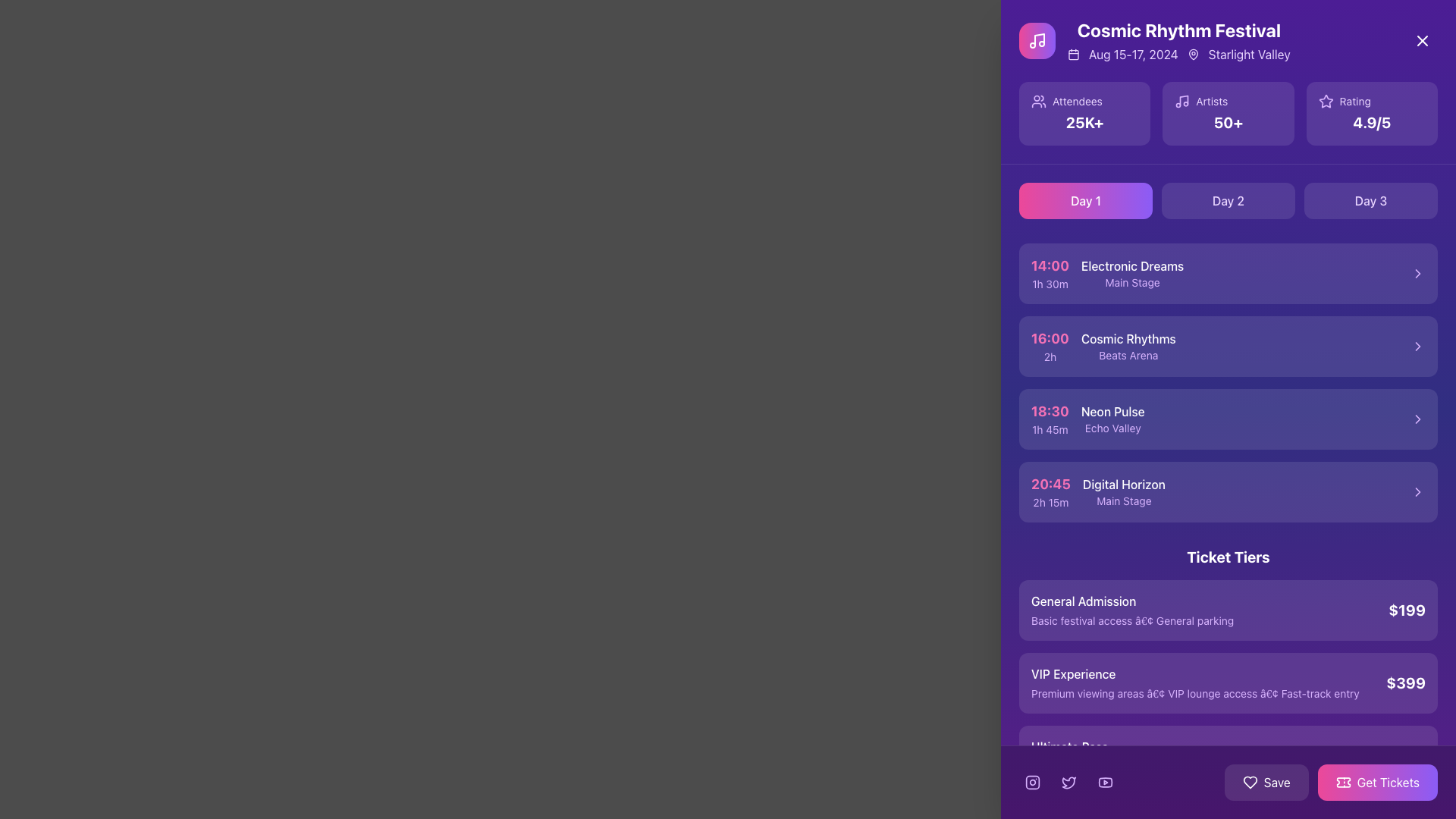 The height and width of the screenshot is (819, 1456). Describe the element at coordinates (1037, 102) in the screenshot. I see `the purple icon representing users, located to the left of the 'Attendees' text` at that location.